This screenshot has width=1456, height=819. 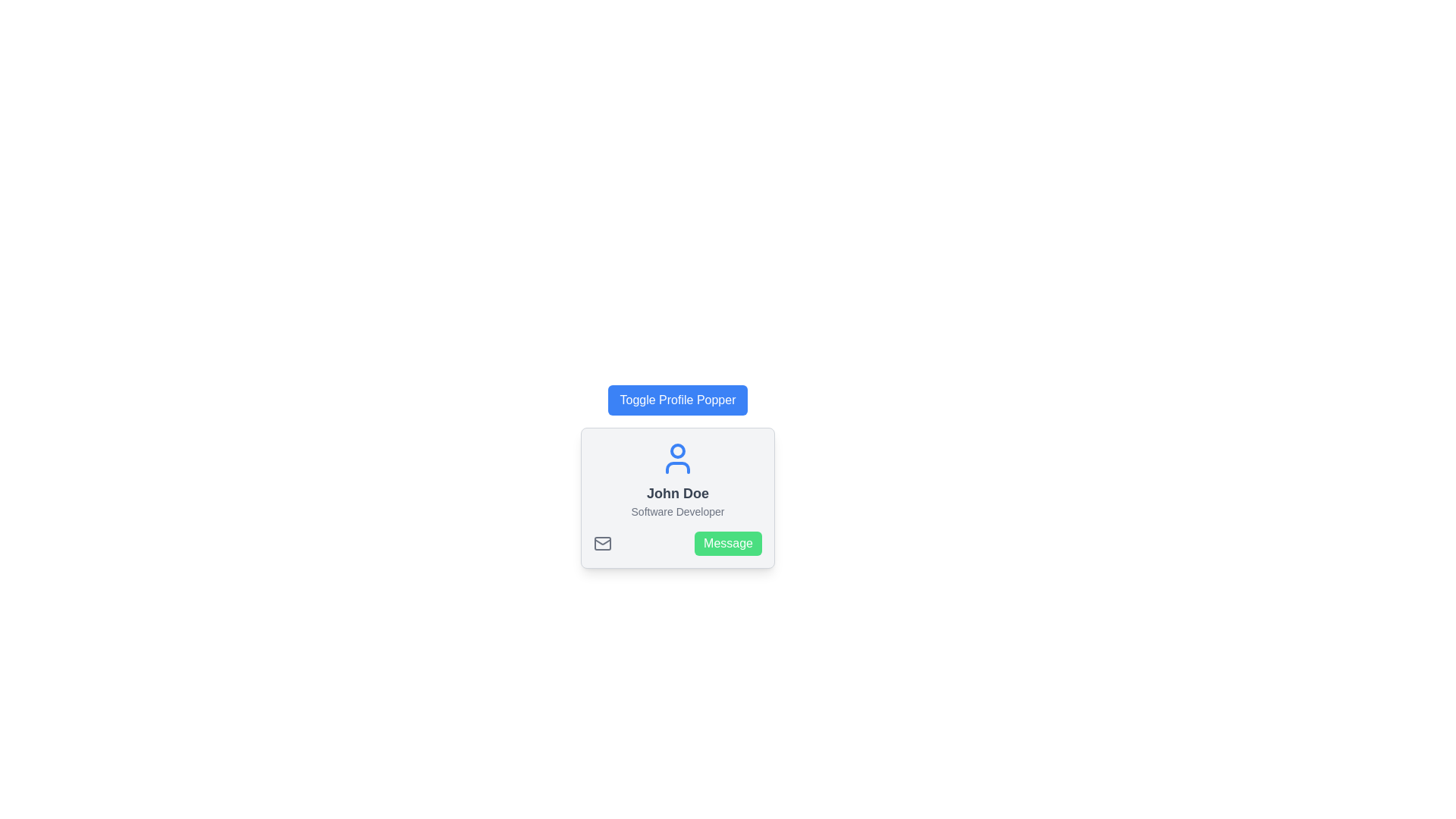 I want to click on the text label indicating the professional title of the user, which is located within the profile card under the name 'John Doe' and above the 'Message' button, so click(x=676, y=512).